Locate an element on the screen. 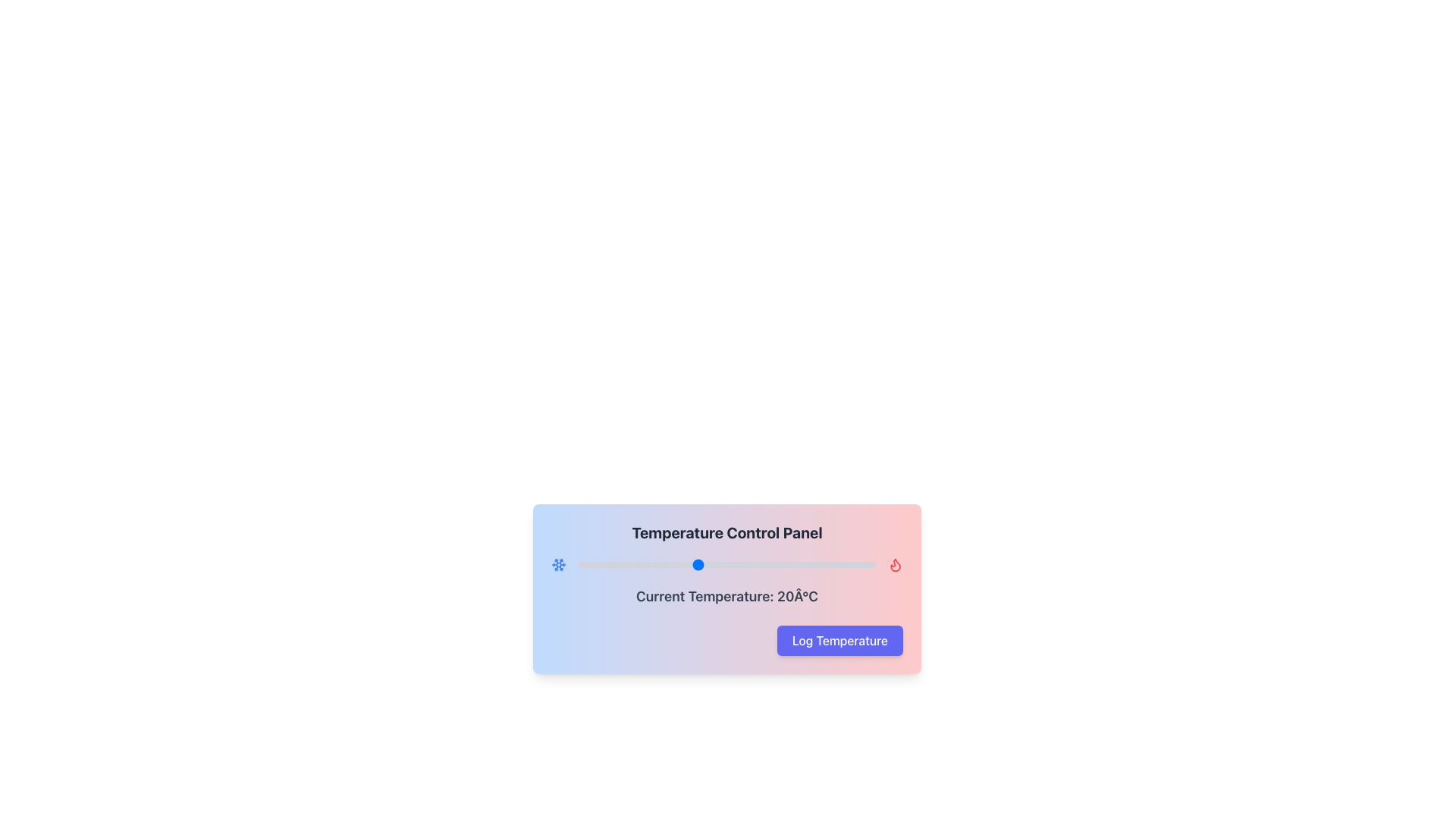 The width and height of the screenshot is (1456, 819). the flame-shaped red icon in the temperature control panel to observe the tooltip or effect is located at coordinates (895, 564).